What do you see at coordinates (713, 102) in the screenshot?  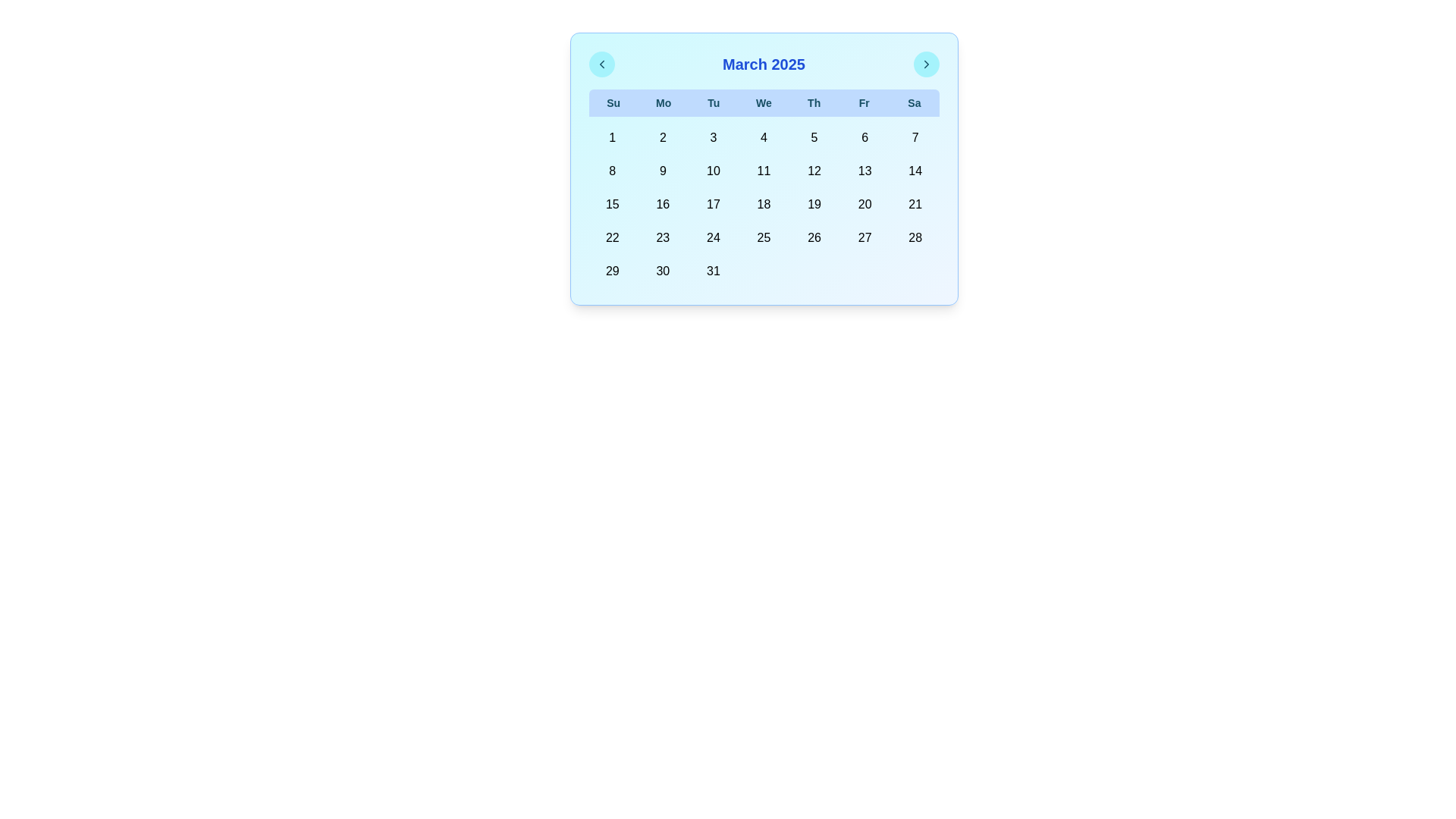 I see `the Text label representing Tuesday in the calendar view, which is located between 'Mo' and 'We' in the weekly header row` at bounding box center [713, 102].